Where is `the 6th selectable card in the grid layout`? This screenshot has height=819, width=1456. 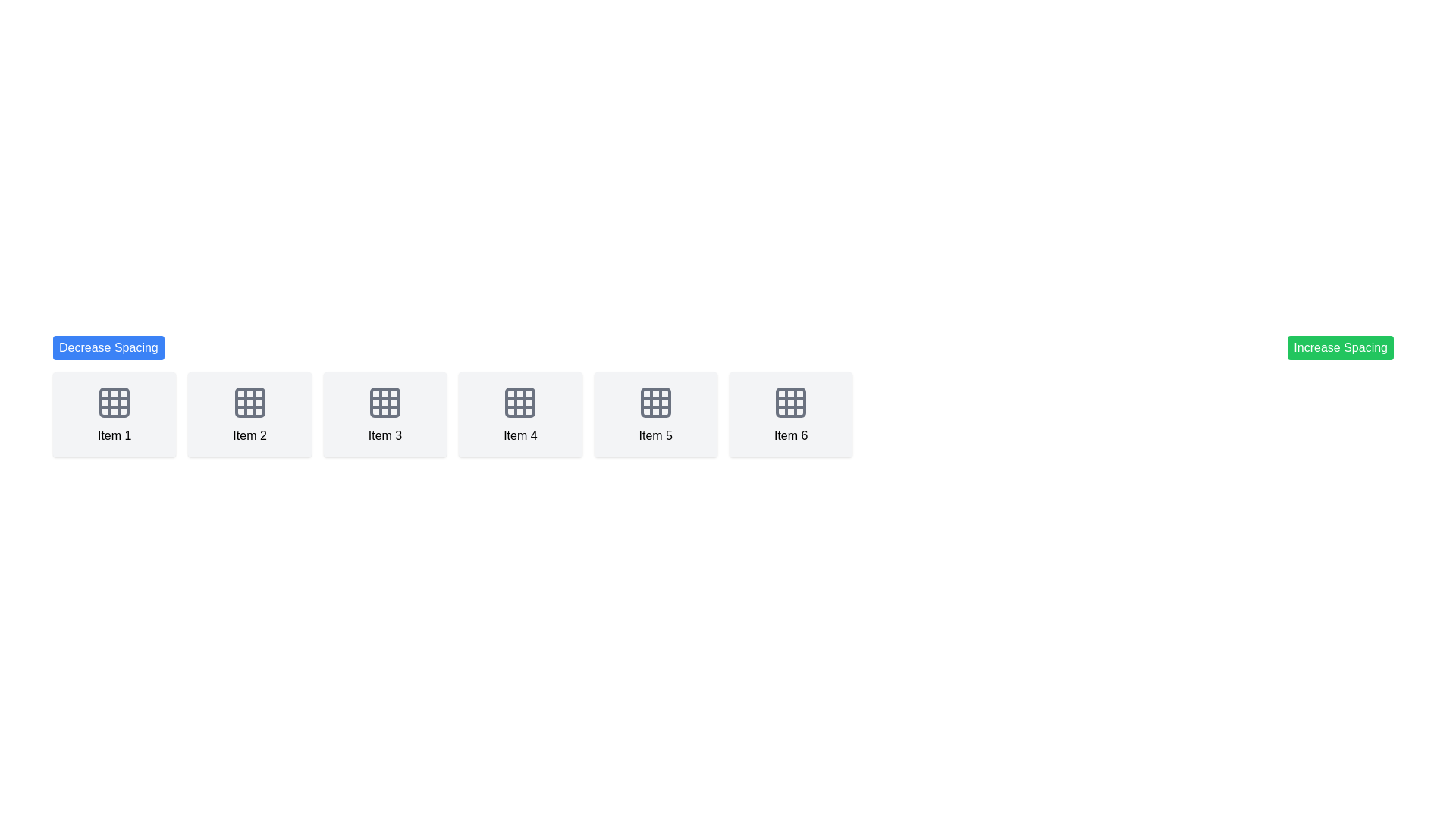 the 6th selectable card in the grid layout is located at coordinates (790, 415).